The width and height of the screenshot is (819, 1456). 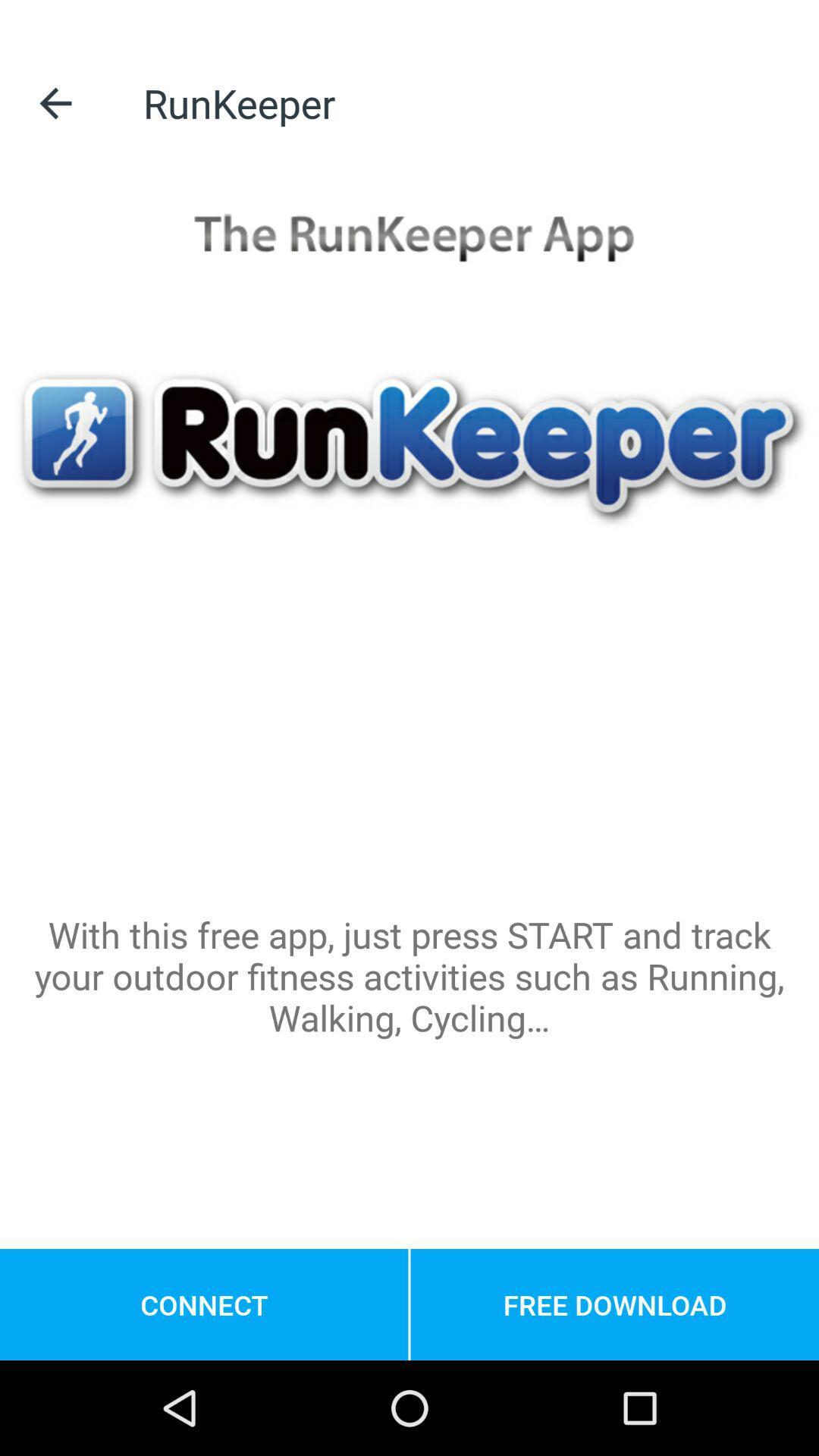 What do you see at coordinates (55, 102) in the screenshot?
I see `go back` at bounding box center [55, 102].